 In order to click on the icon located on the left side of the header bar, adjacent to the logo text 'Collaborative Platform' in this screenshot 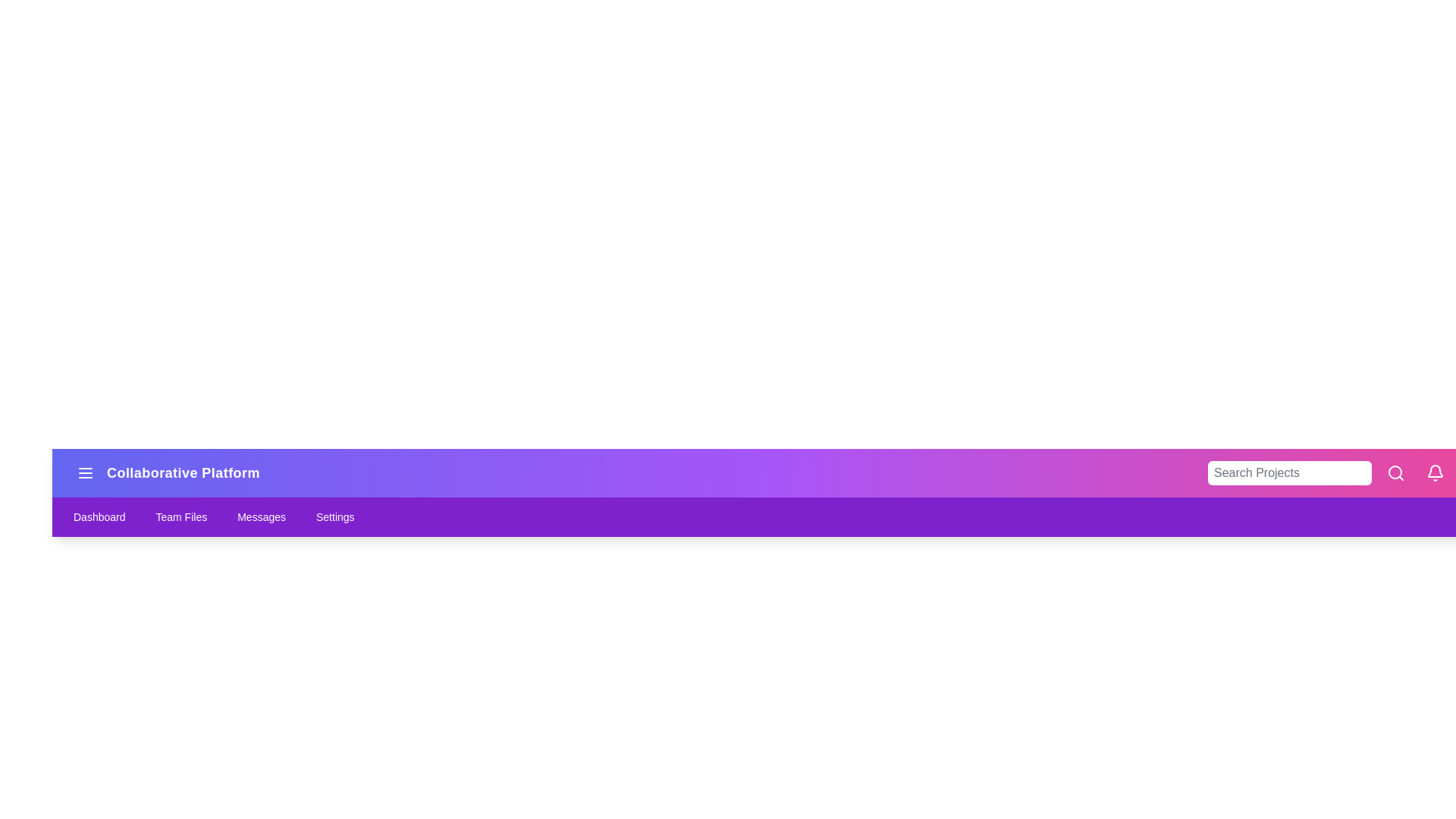, I will do `click(85, 472)`.